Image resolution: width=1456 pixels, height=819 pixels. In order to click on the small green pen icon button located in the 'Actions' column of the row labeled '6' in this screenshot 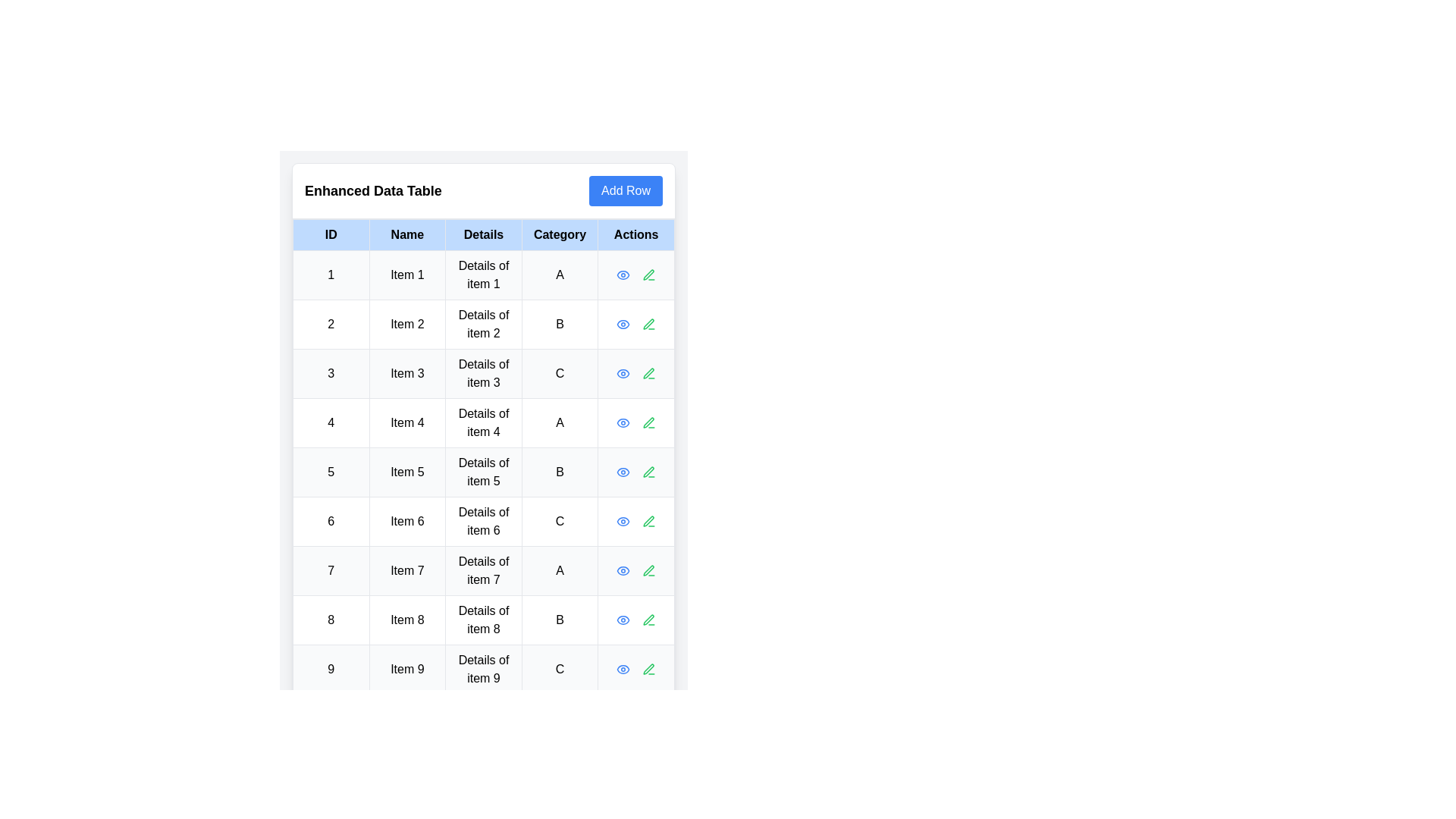, I will do `click(649, 520)`.